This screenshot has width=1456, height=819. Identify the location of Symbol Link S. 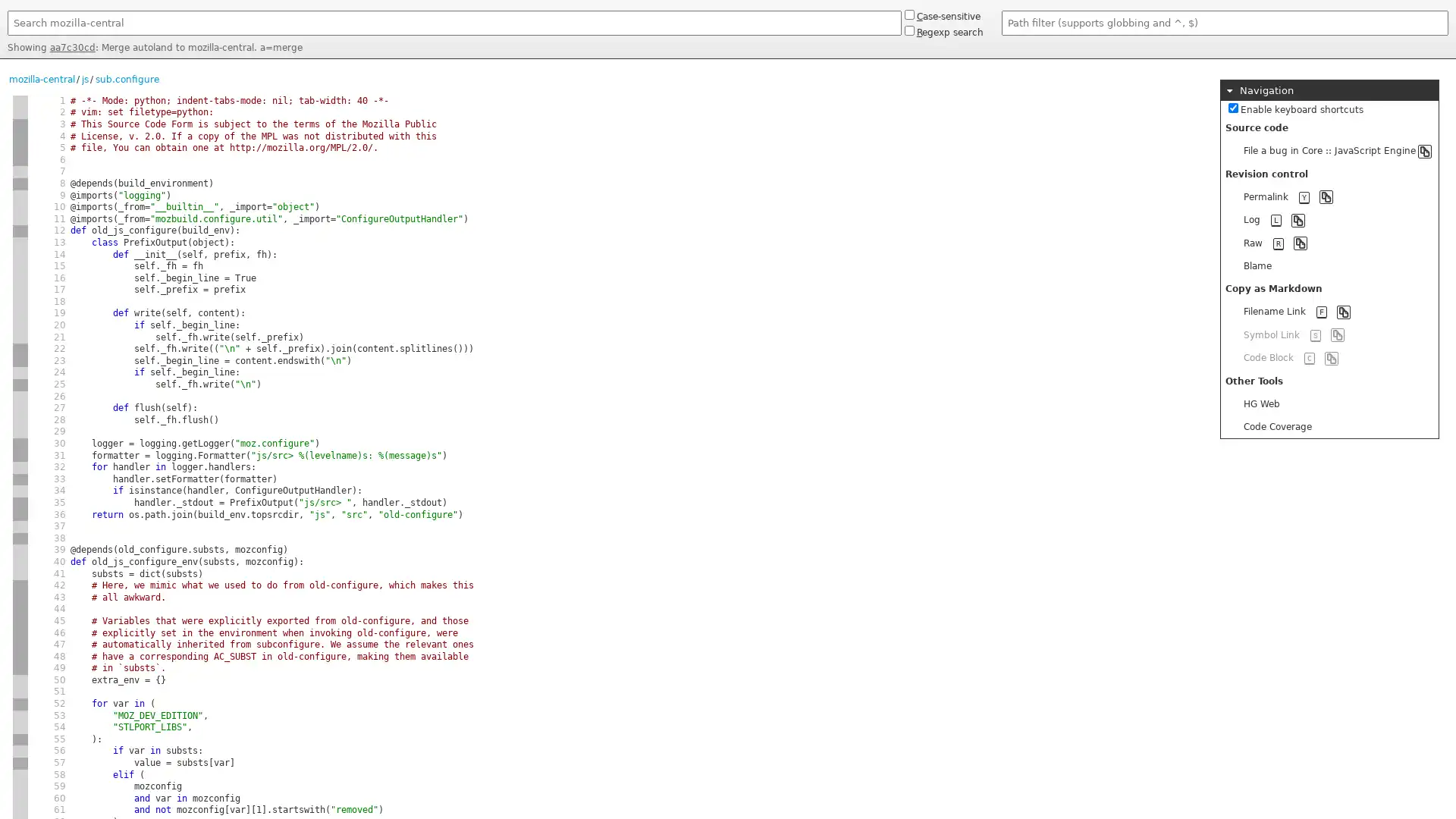
(1329, 334).